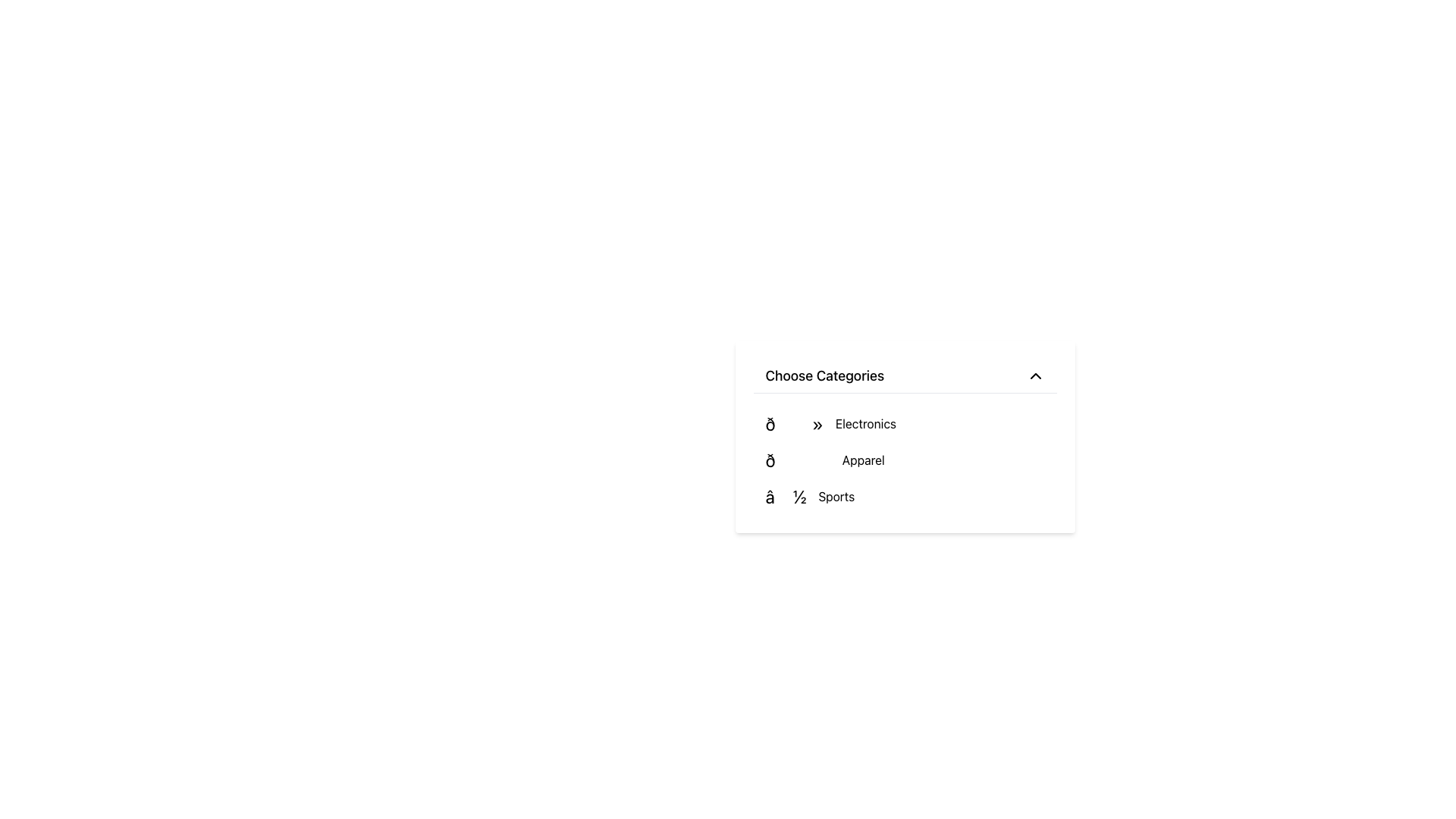 This screenshot has height=819, width=1456. What do you see at coordinates (866, 424) in the screenshot?
I see `the text label 'Electronics' in the dropdown menu` at bounding box center [866, 424].